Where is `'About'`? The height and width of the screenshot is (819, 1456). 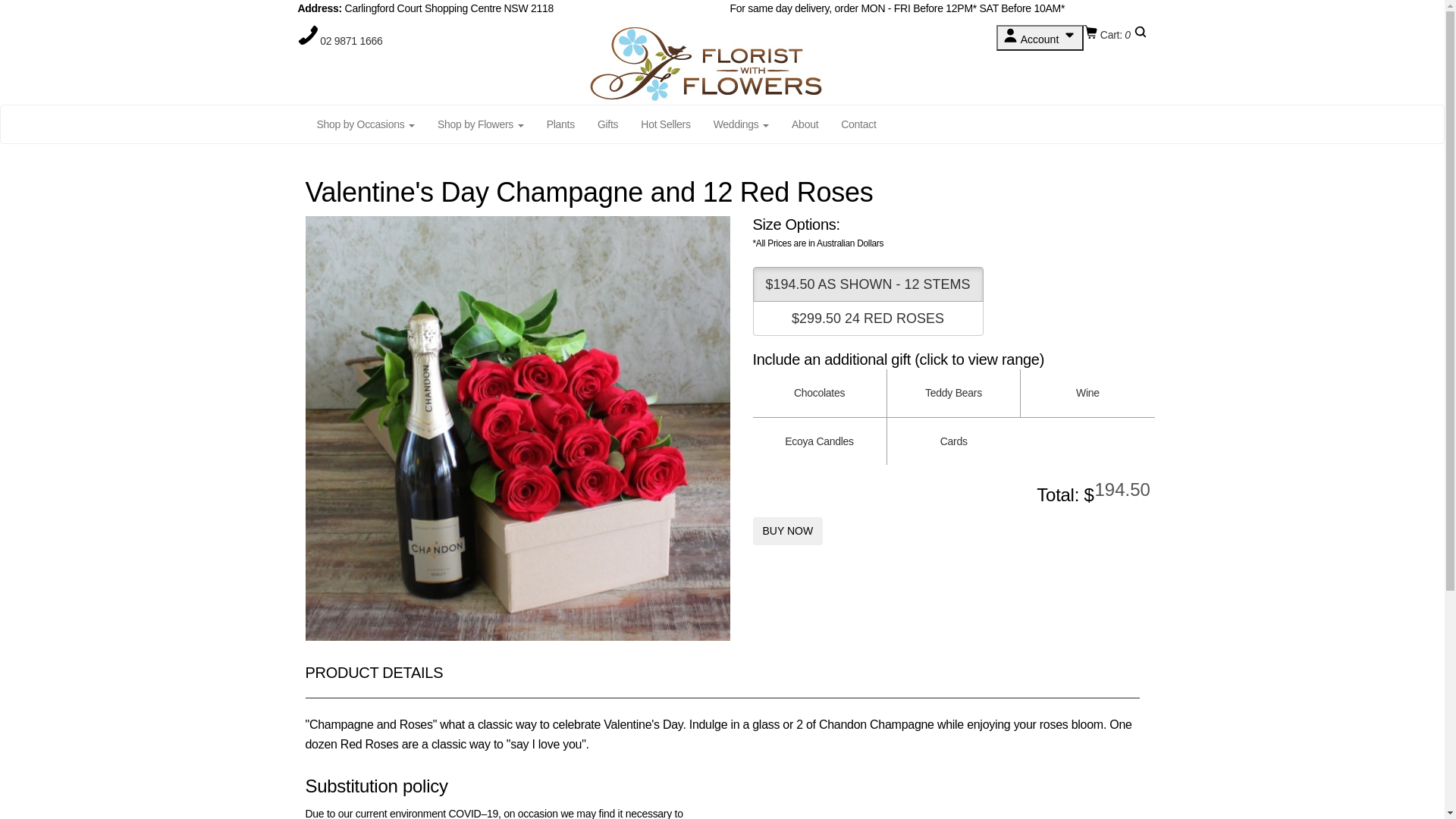
'About' is located at coordinates (804, 124).